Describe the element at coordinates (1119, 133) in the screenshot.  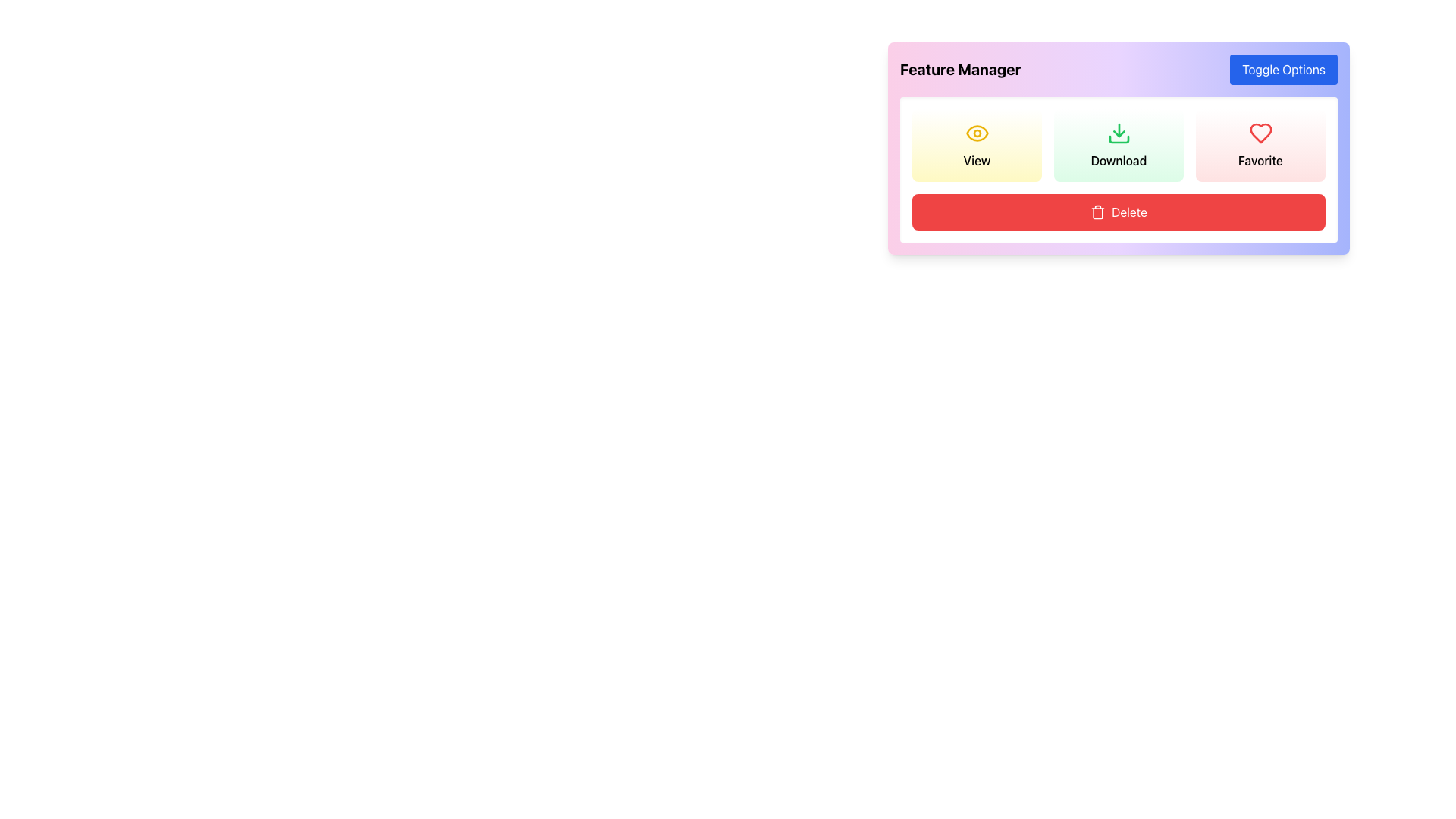
I see `the downward arrow icon in the 'Download' button, which has a green gradient background, to initiate the download action` at that location.